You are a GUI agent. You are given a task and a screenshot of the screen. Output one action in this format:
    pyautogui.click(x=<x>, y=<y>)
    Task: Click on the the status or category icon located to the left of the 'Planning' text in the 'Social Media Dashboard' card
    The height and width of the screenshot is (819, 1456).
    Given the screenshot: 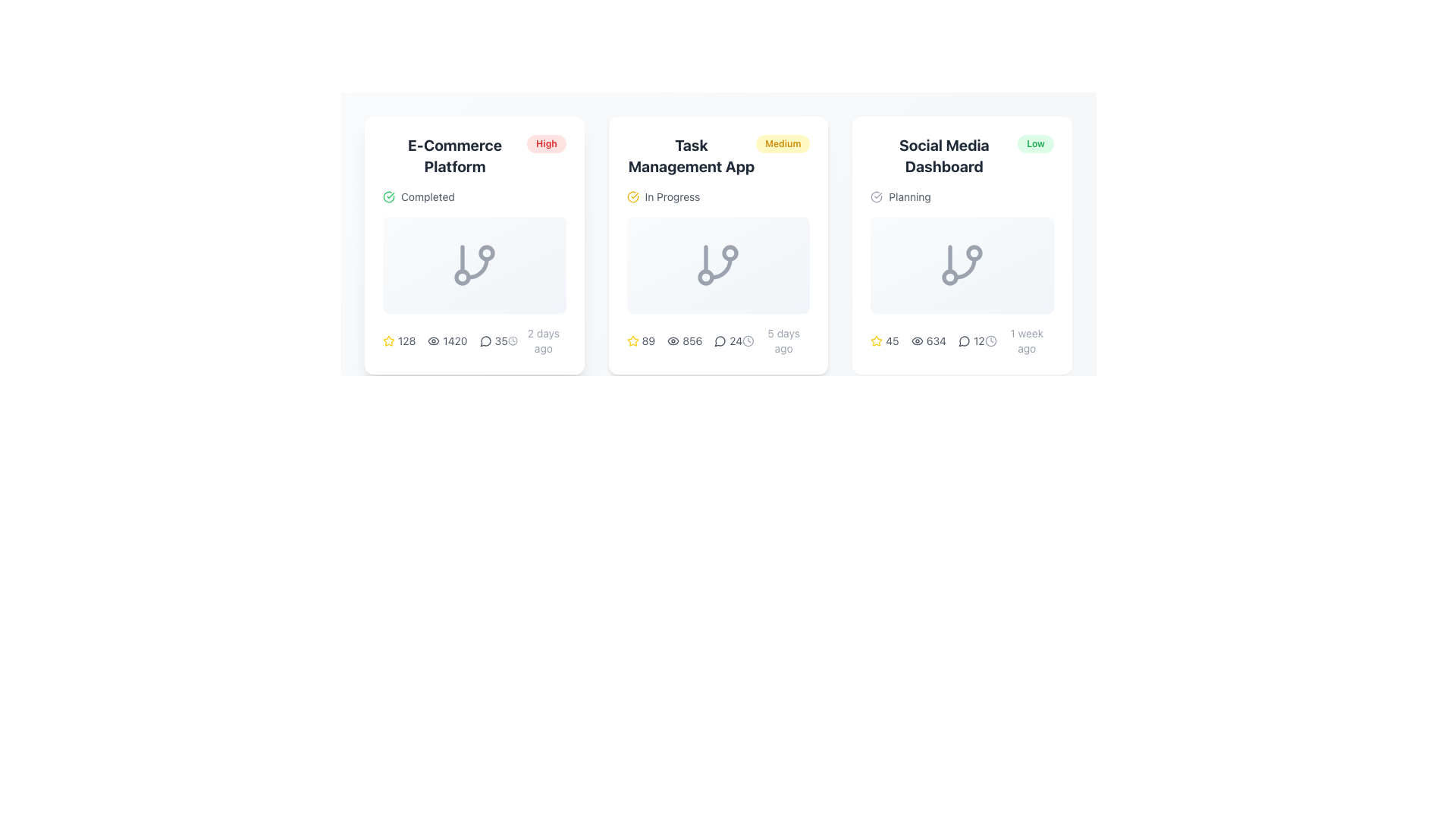 What is the action you would take?
    pyautogui.click(x=877, y=196)
    